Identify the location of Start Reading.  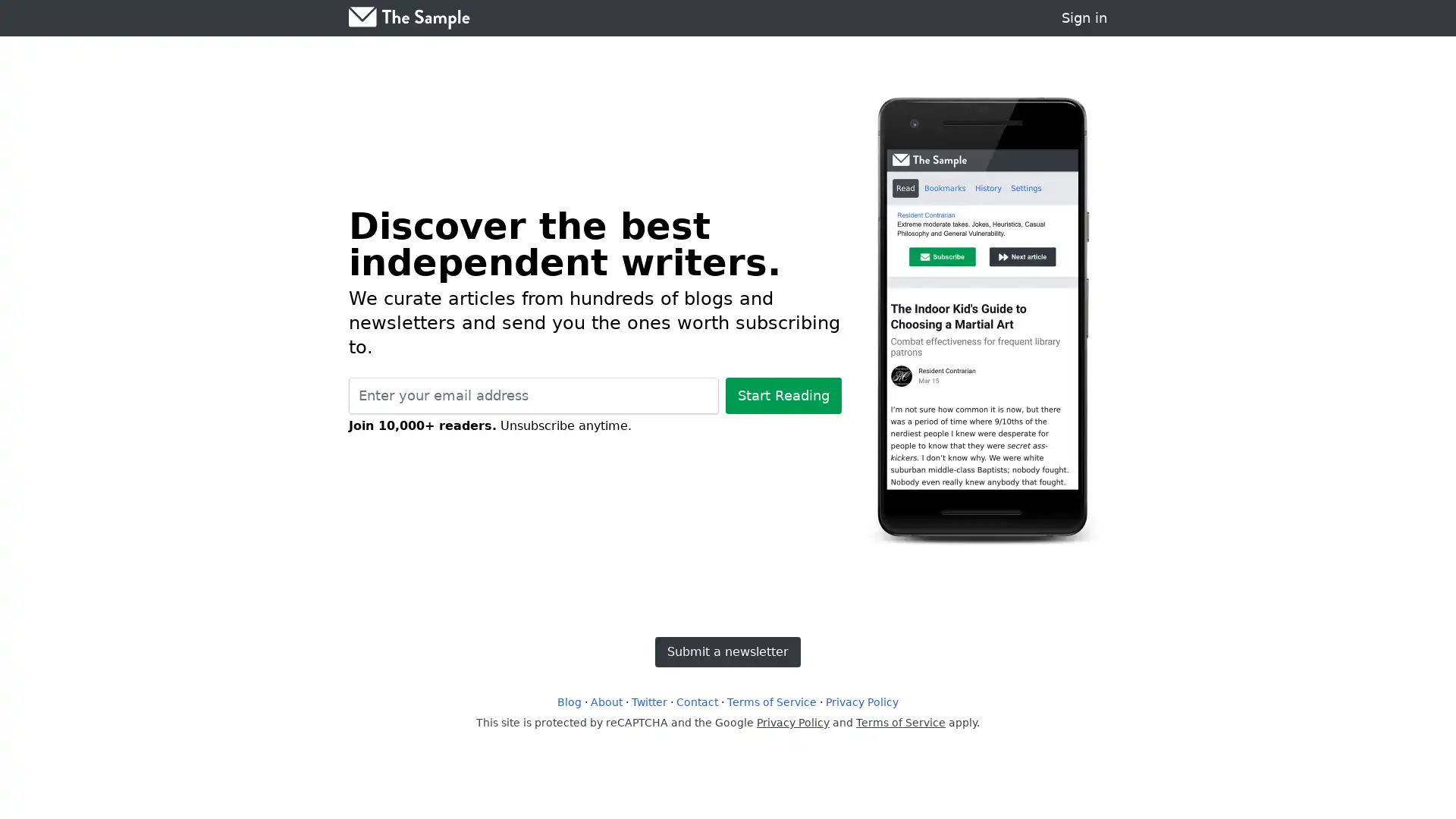
(783, 394).